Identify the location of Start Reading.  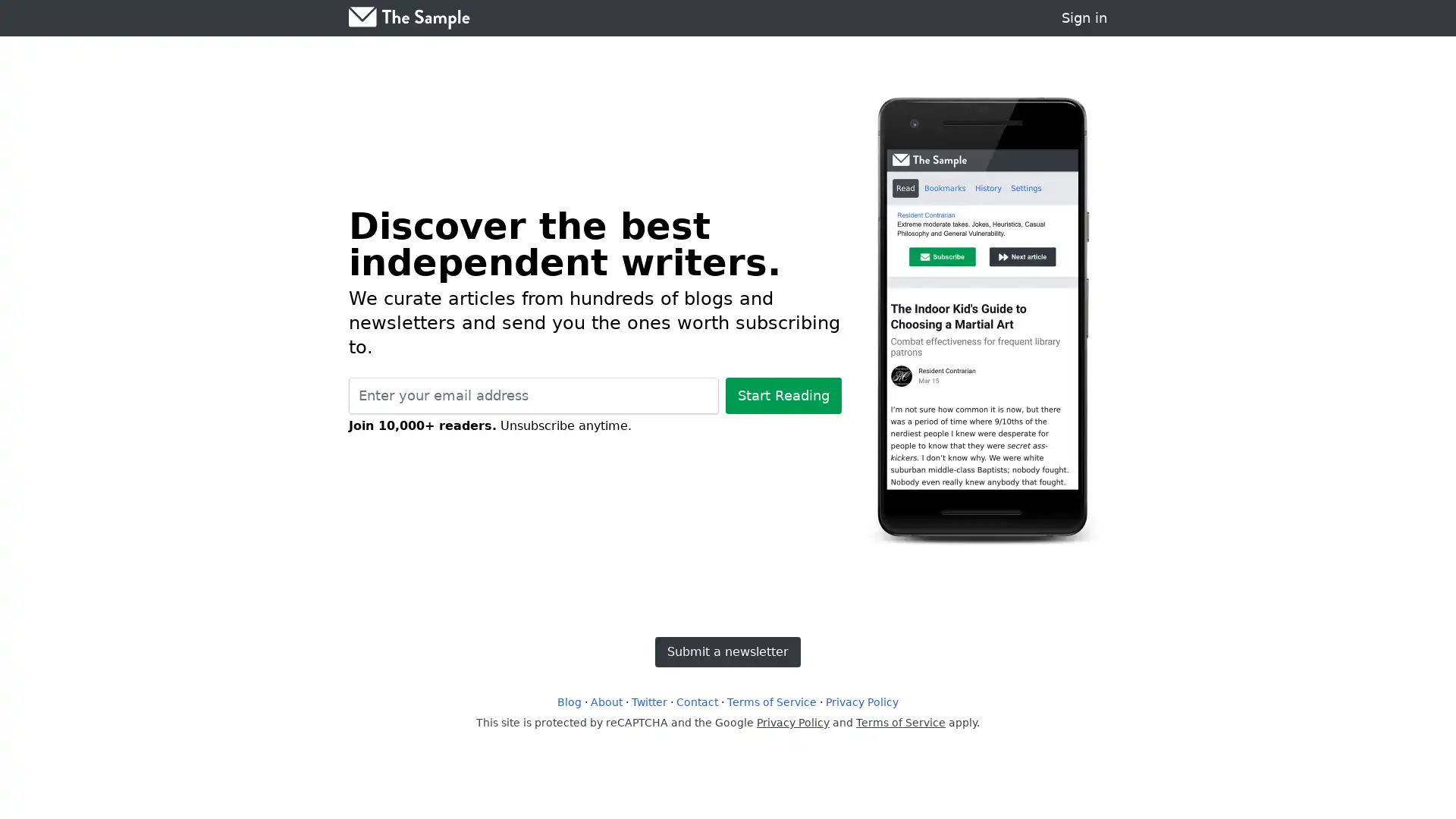
(783, 394).